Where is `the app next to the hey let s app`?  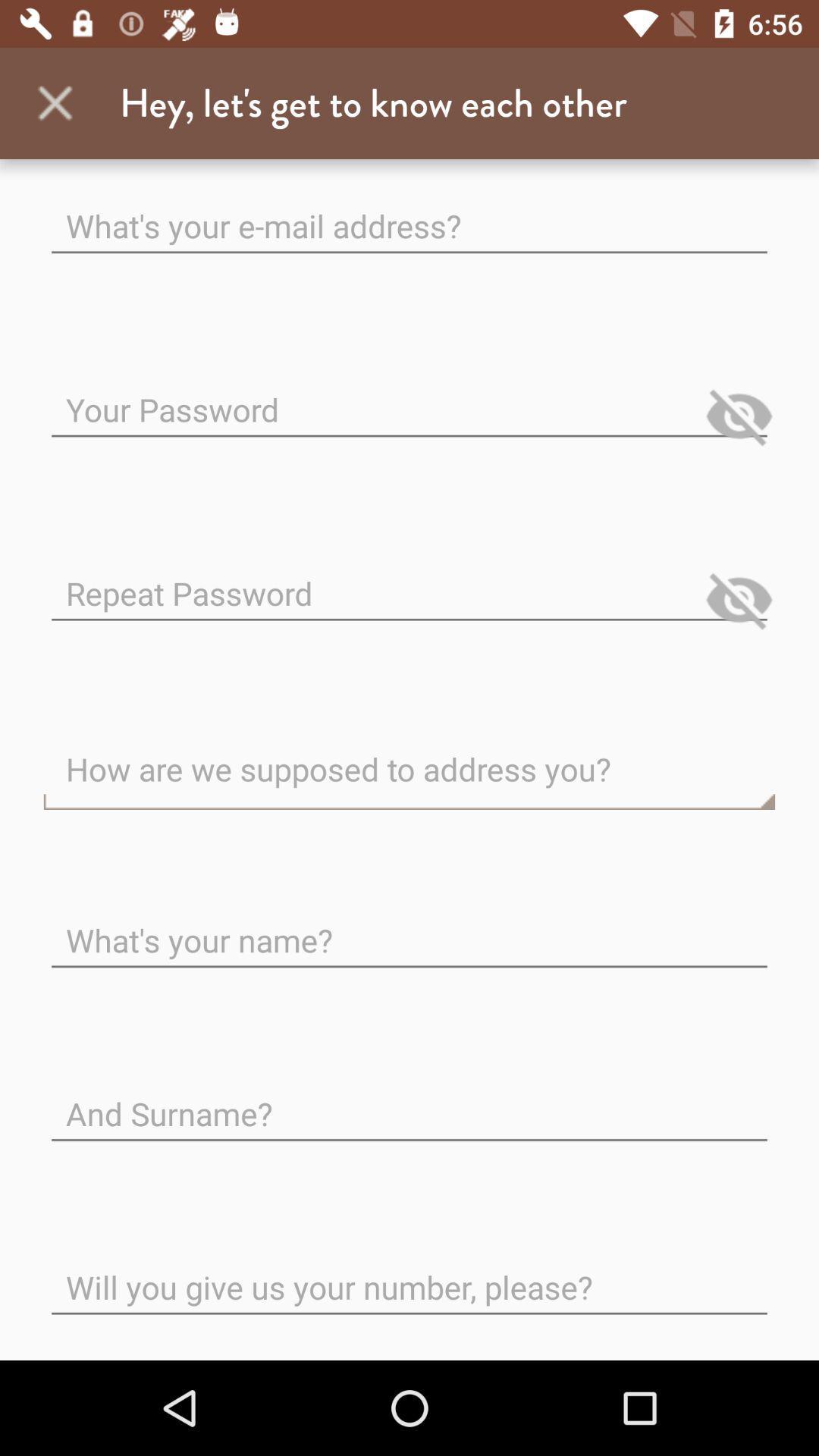 the app next to the hey let s app is located at coordinates (55, 102).